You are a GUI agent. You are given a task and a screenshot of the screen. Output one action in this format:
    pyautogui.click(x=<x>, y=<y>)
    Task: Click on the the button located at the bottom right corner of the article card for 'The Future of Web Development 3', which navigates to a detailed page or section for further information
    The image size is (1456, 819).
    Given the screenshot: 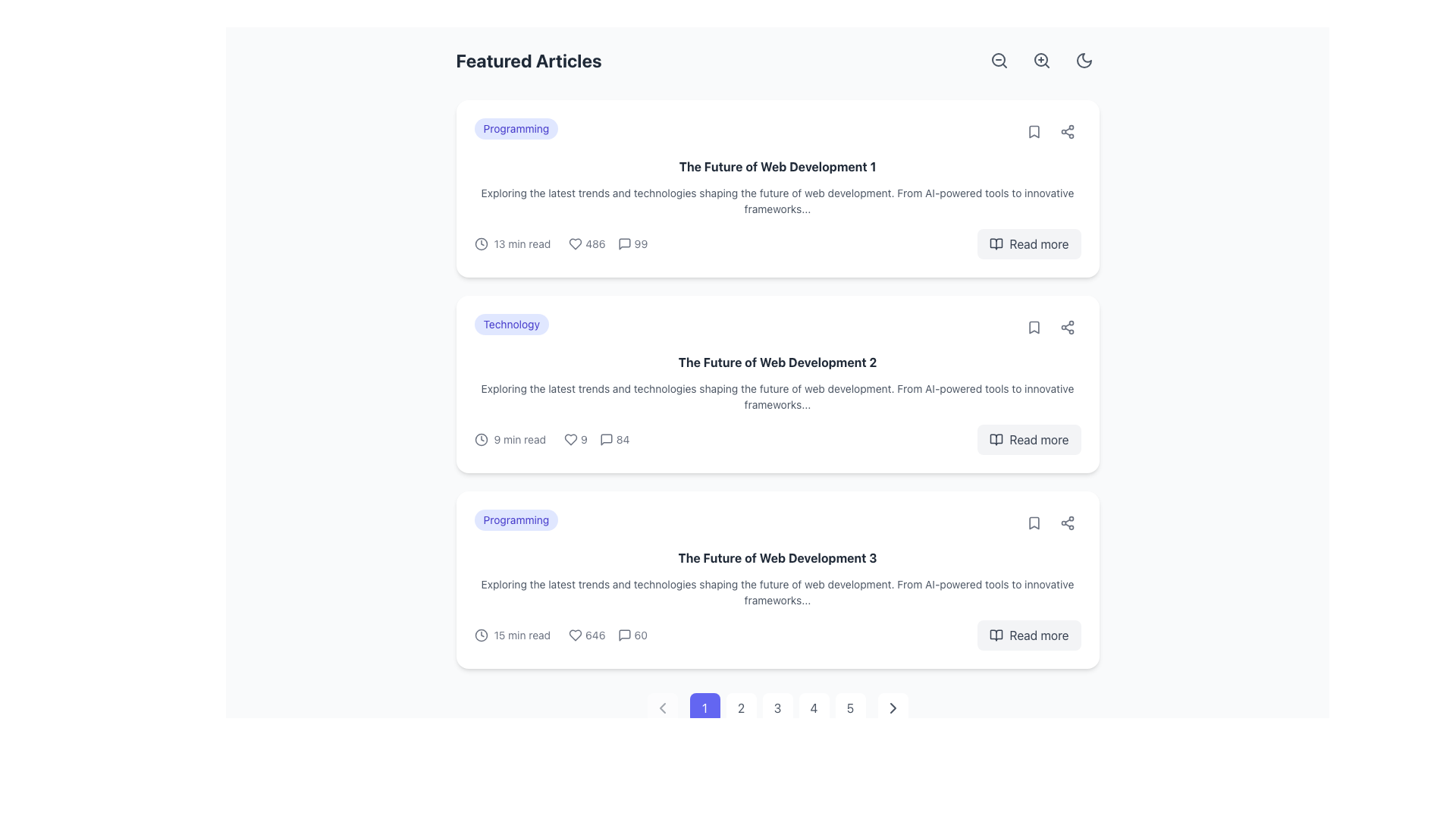 What is the action you would take?
    pyautogui.click(x=1029, y=635)
    